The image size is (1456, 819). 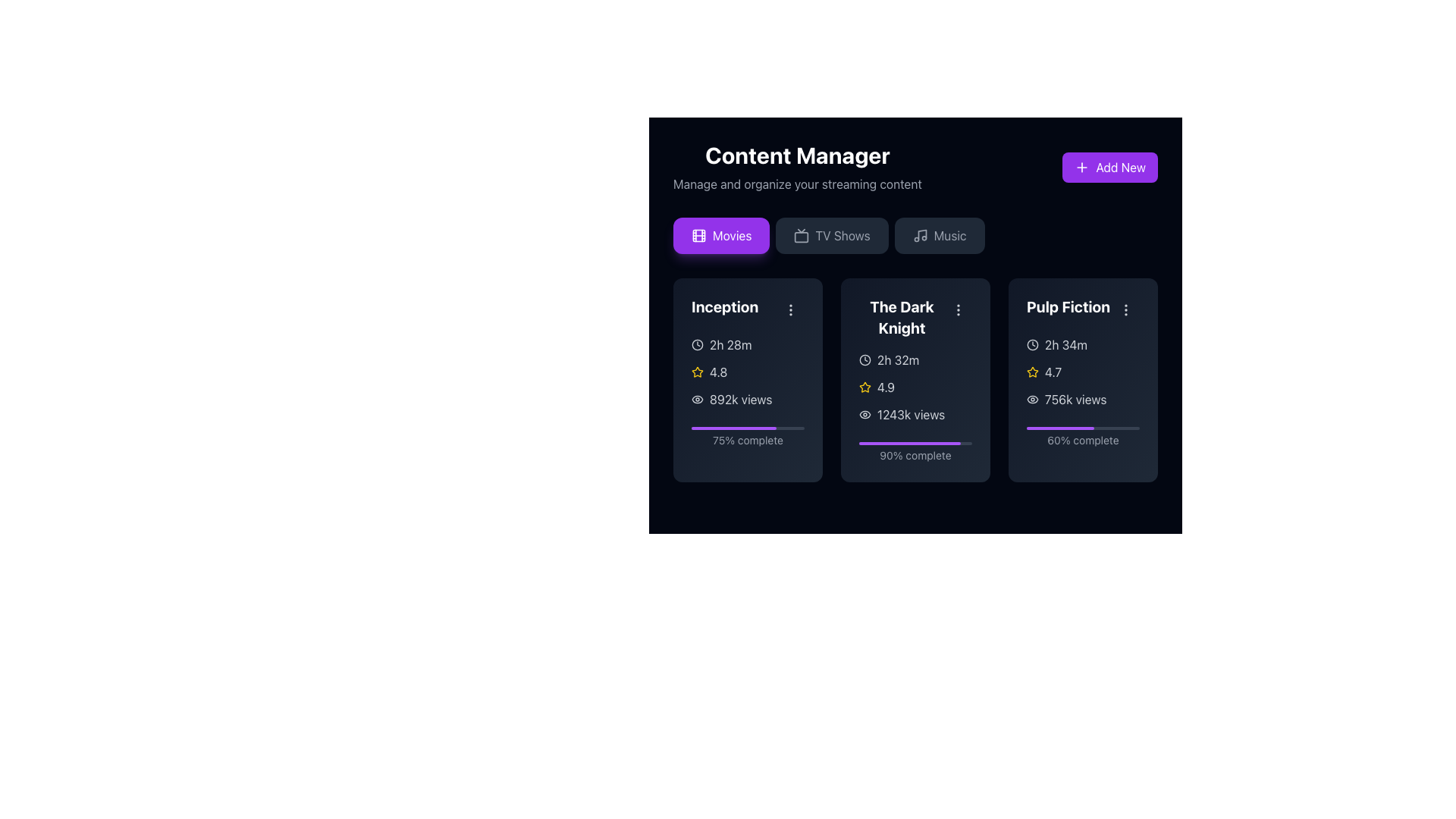 What do you see at coordinates (698, 236) in the screenshot?
I see `the film icon within the purple button labeled 'Movies', which is styled with detailing lines representing film strips and is located to the left in a group of buttons` at bounding box center [698, 236].